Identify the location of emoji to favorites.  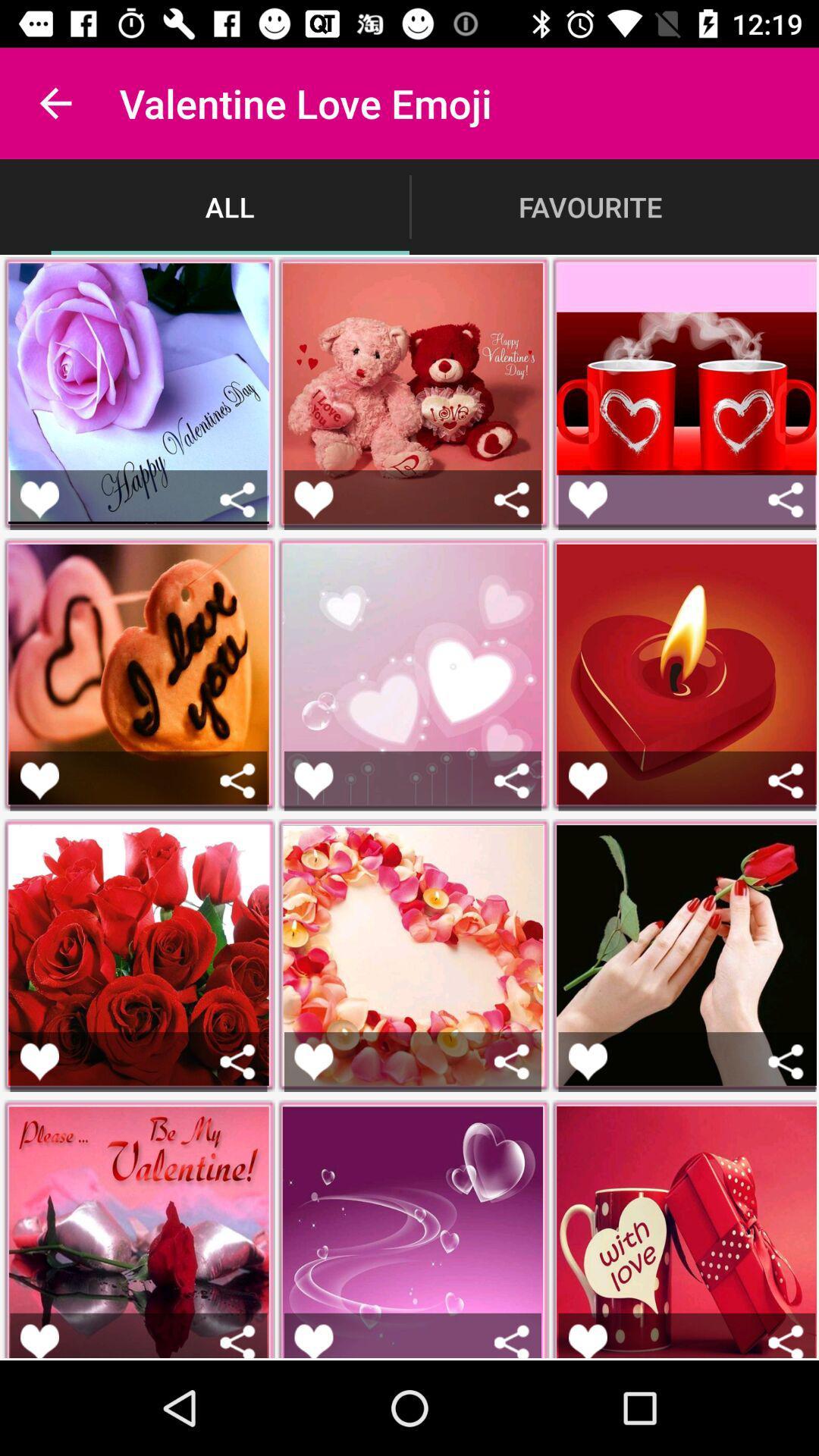
(587, 1061).